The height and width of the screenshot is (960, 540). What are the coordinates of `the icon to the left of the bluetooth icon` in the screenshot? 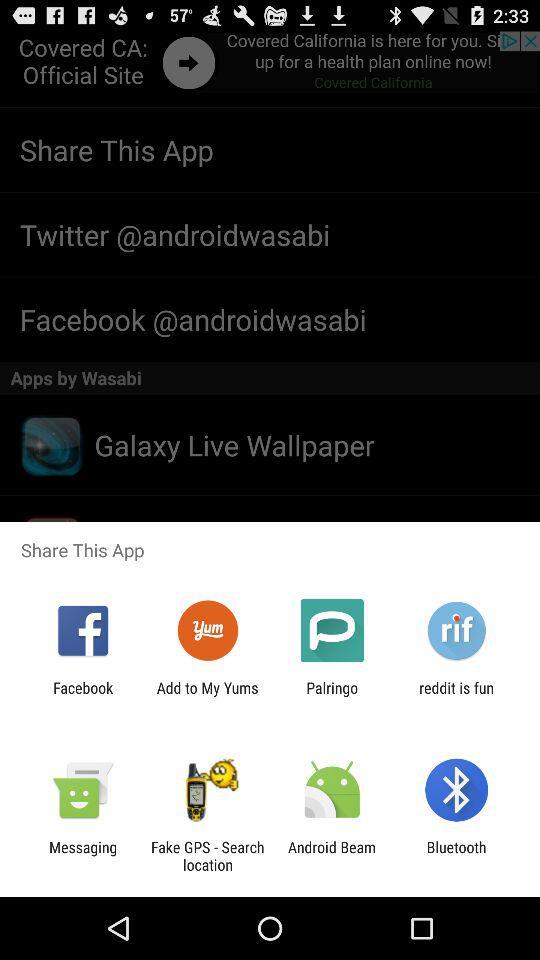 It's located at (332, 855).